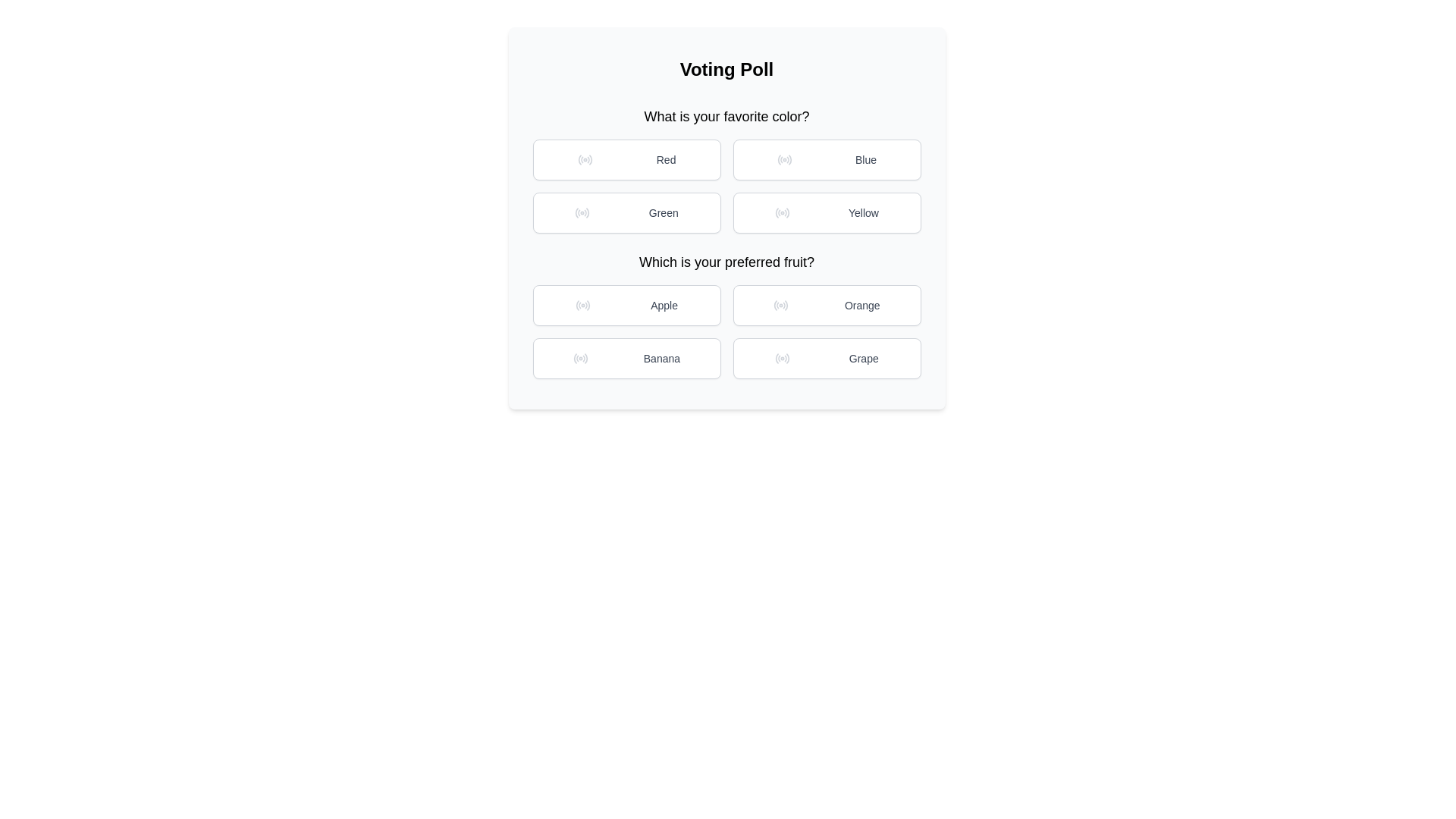 This screenshot has height=819, width=1456. What do you see at coordinates (582, 305) in the screenshot?
I see `the 'Apple' radio button` at bounding box center [582, 305].